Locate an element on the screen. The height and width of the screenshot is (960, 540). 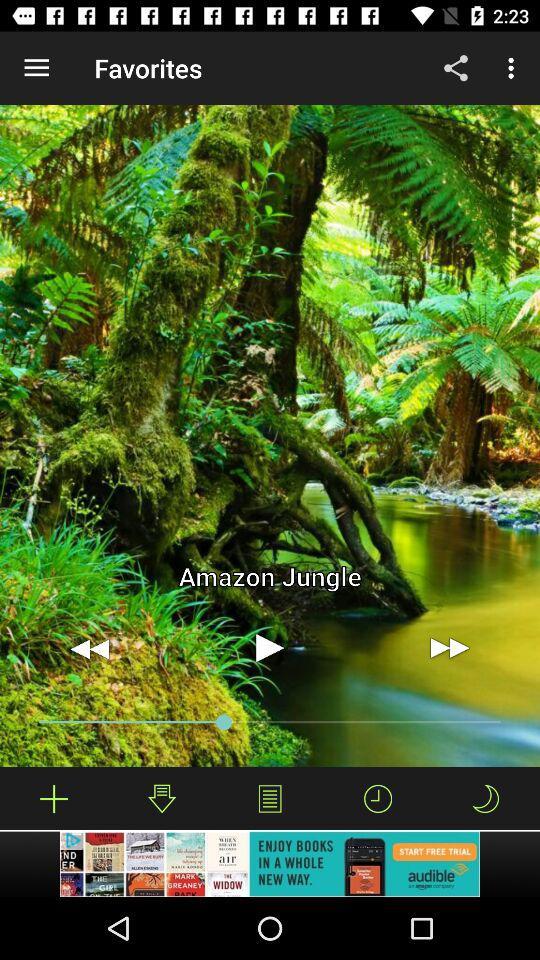
the item next to the favorites app is located at coordinates (36, 68).